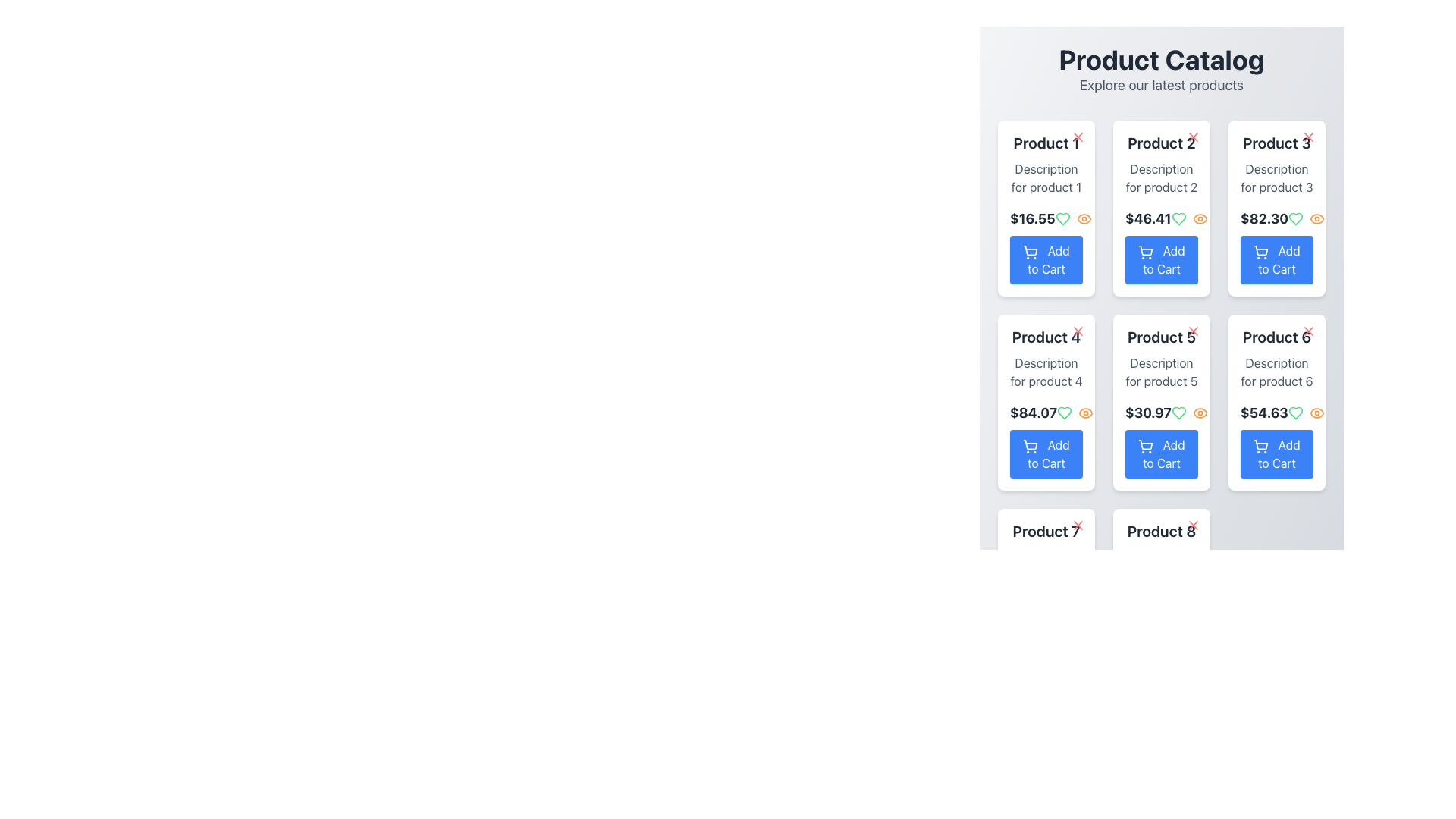  I want to click on the leftmost green heart-shaped icon located to the right of the price label for 'Product 5', so click(1178, 413).